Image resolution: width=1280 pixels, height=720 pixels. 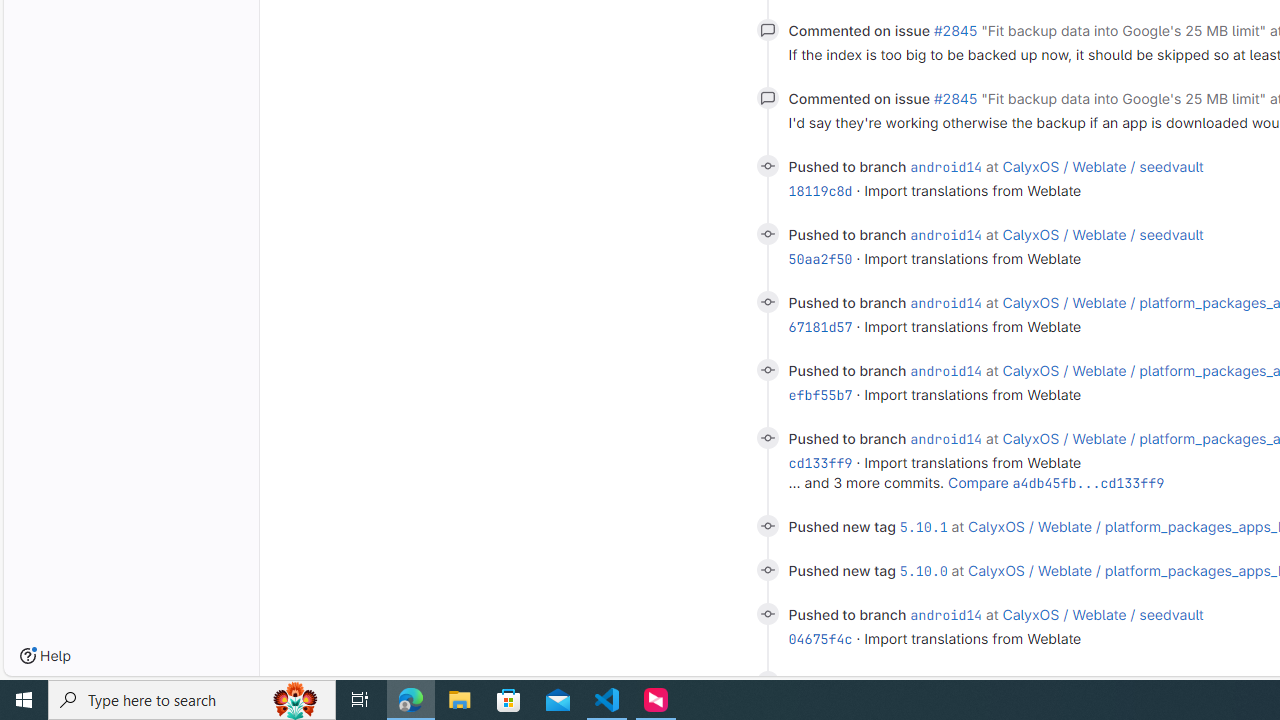 What do you see at coordinates (1055, 482) in the screenshot?
I see `'Compare a4db45fb...cd133ff9'` at bounding box center [1055, 482].